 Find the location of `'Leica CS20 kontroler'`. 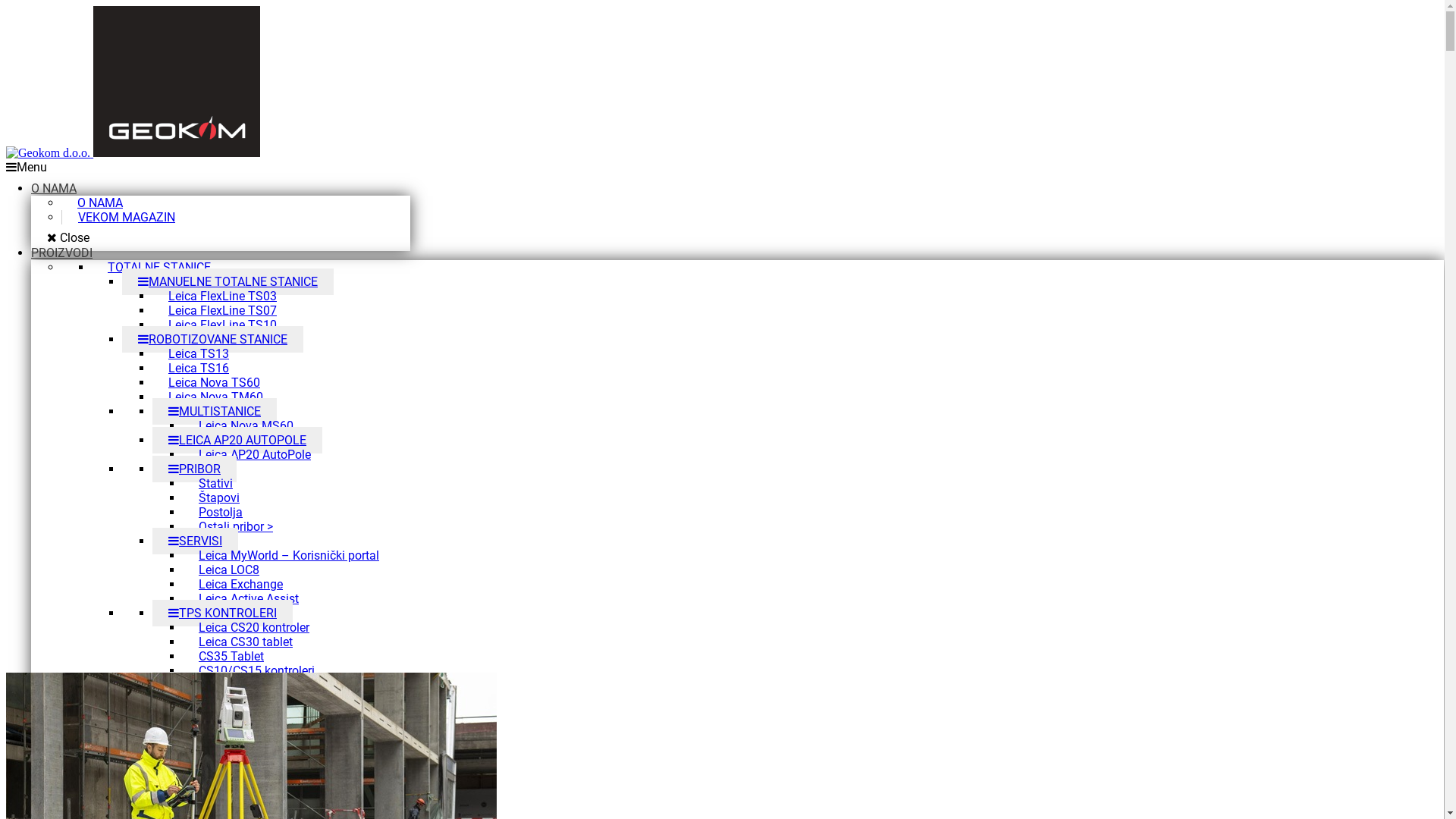

'Leica CS20 kontroler' is located at coordinates (254, 627).